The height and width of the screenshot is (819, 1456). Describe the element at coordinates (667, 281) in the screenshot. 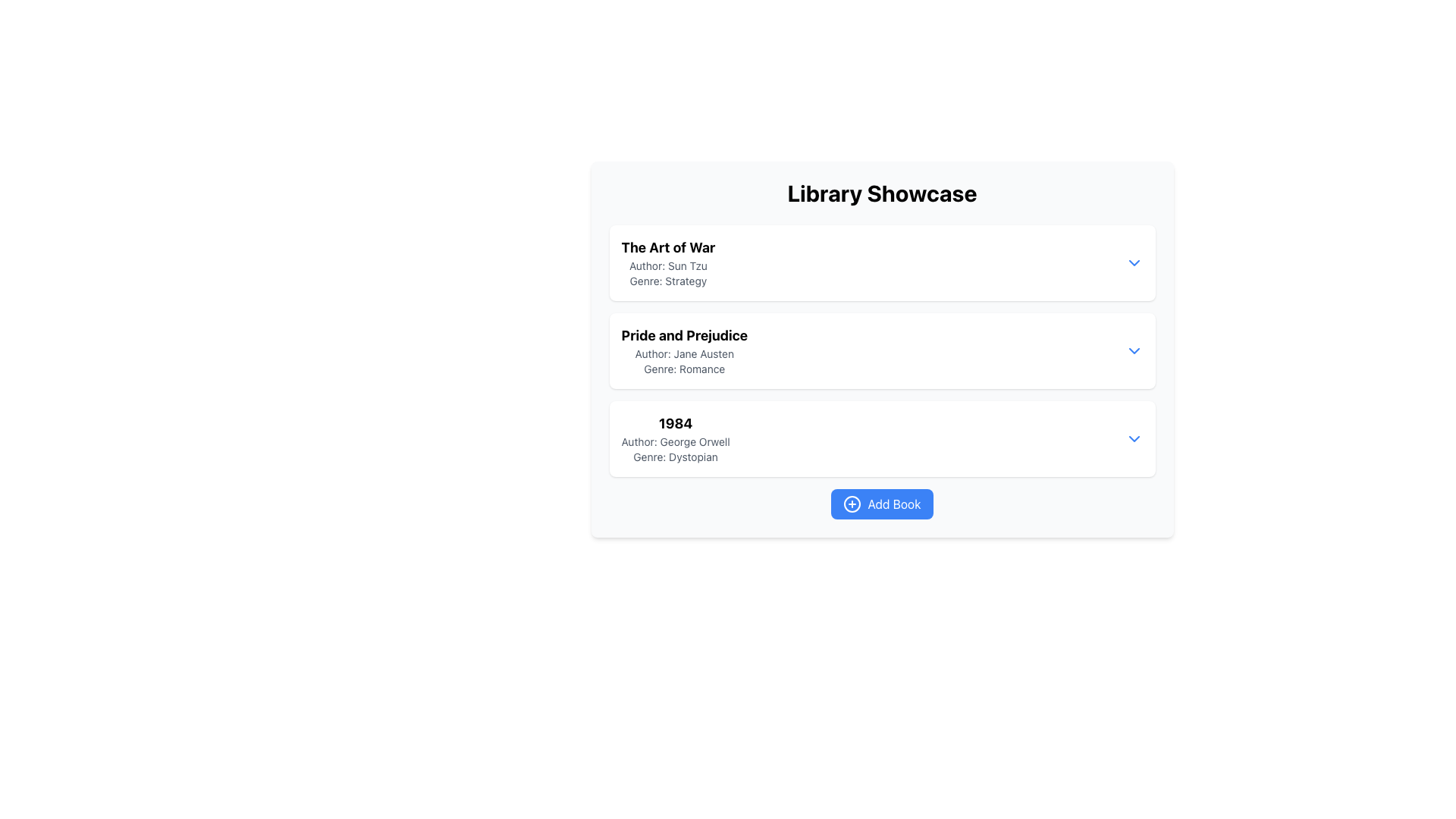

I see `the 'Strategy' text label located under the title 'The Art of War' and the author 'Sun Tzu' in the first card of the book list` at that location.